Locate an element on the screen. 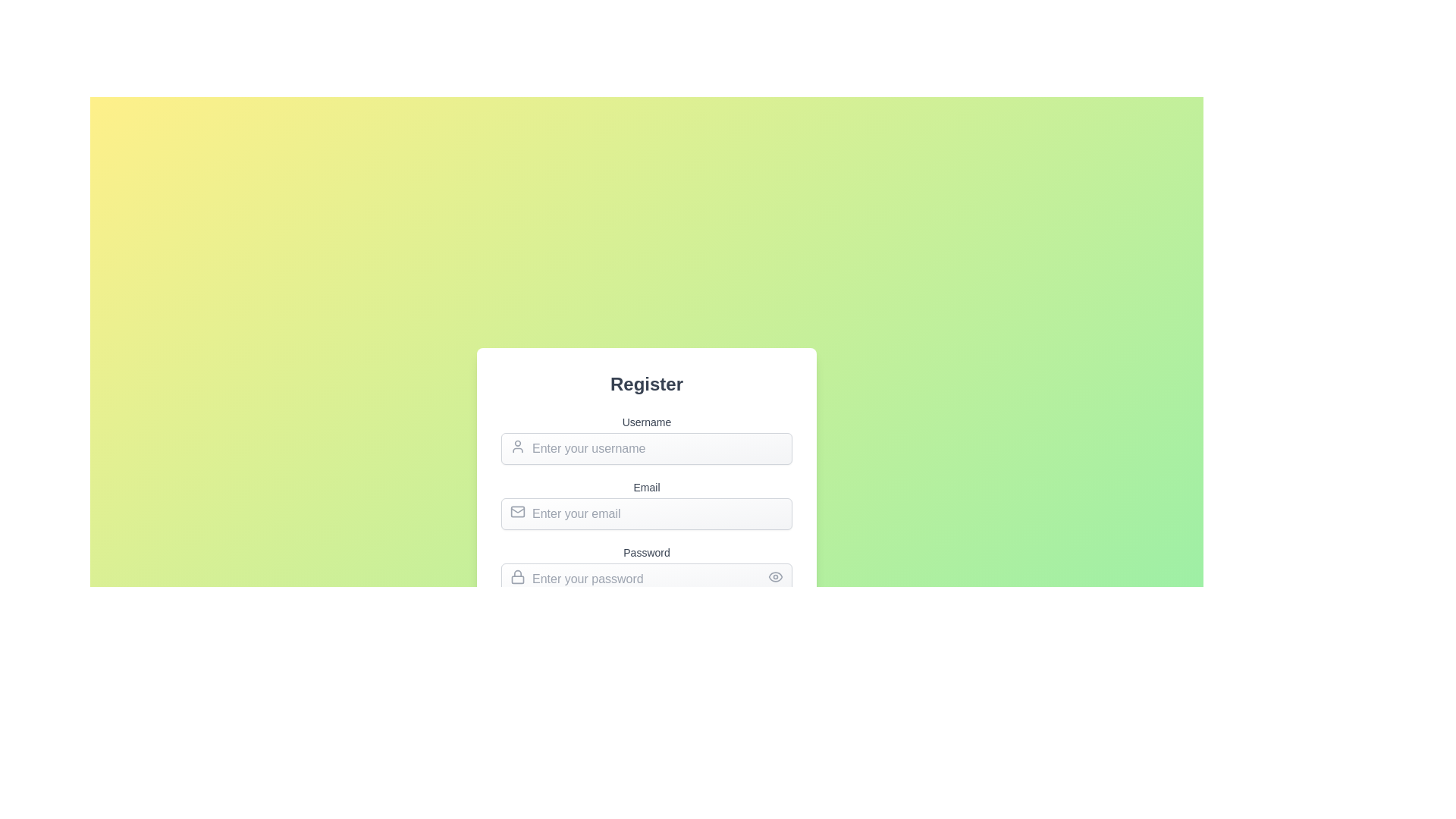 The width and height of the screenshot is (1456, 819). the eye icon button located at the right side of the password input field is located at coordinates (775, 576).